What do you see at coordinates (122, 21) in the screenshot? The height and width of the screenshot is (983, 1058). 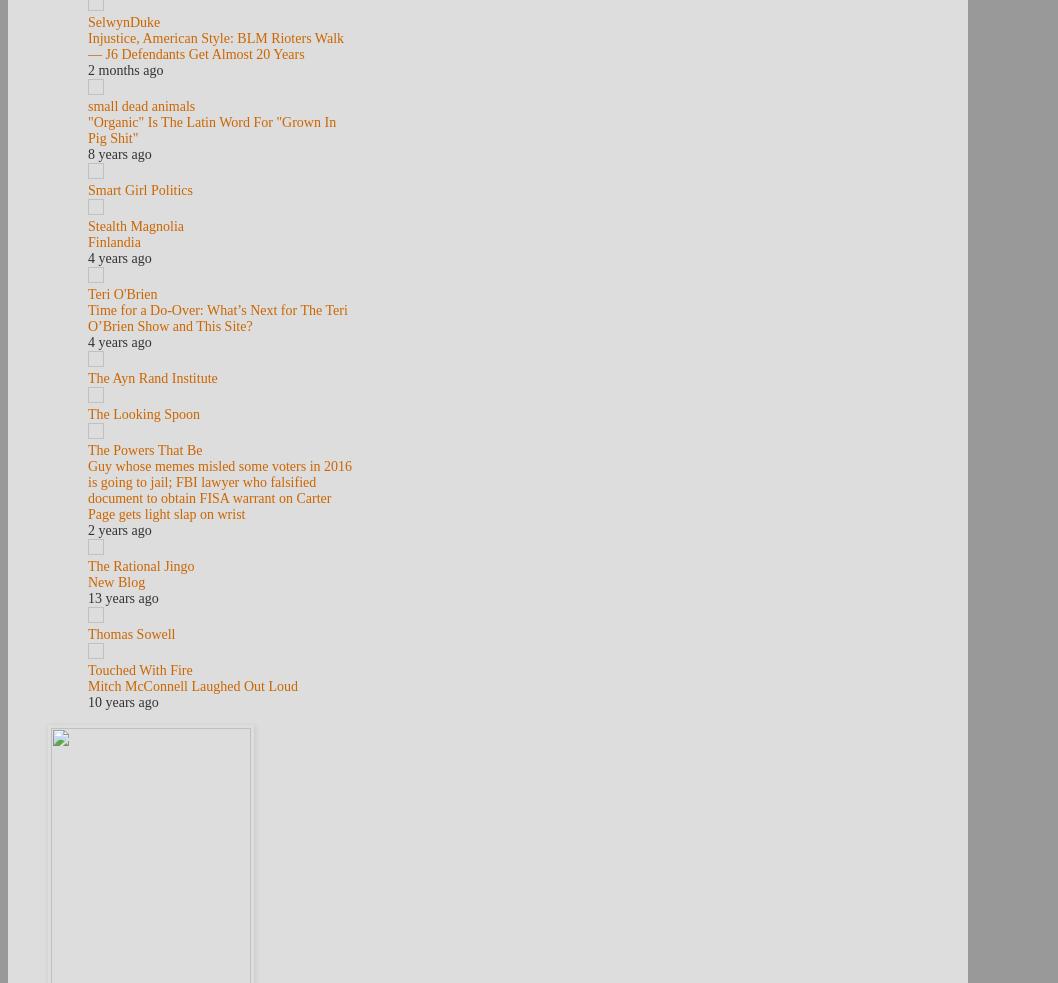 I see `'SelwynDuke'` at bounding box center [122, 21].